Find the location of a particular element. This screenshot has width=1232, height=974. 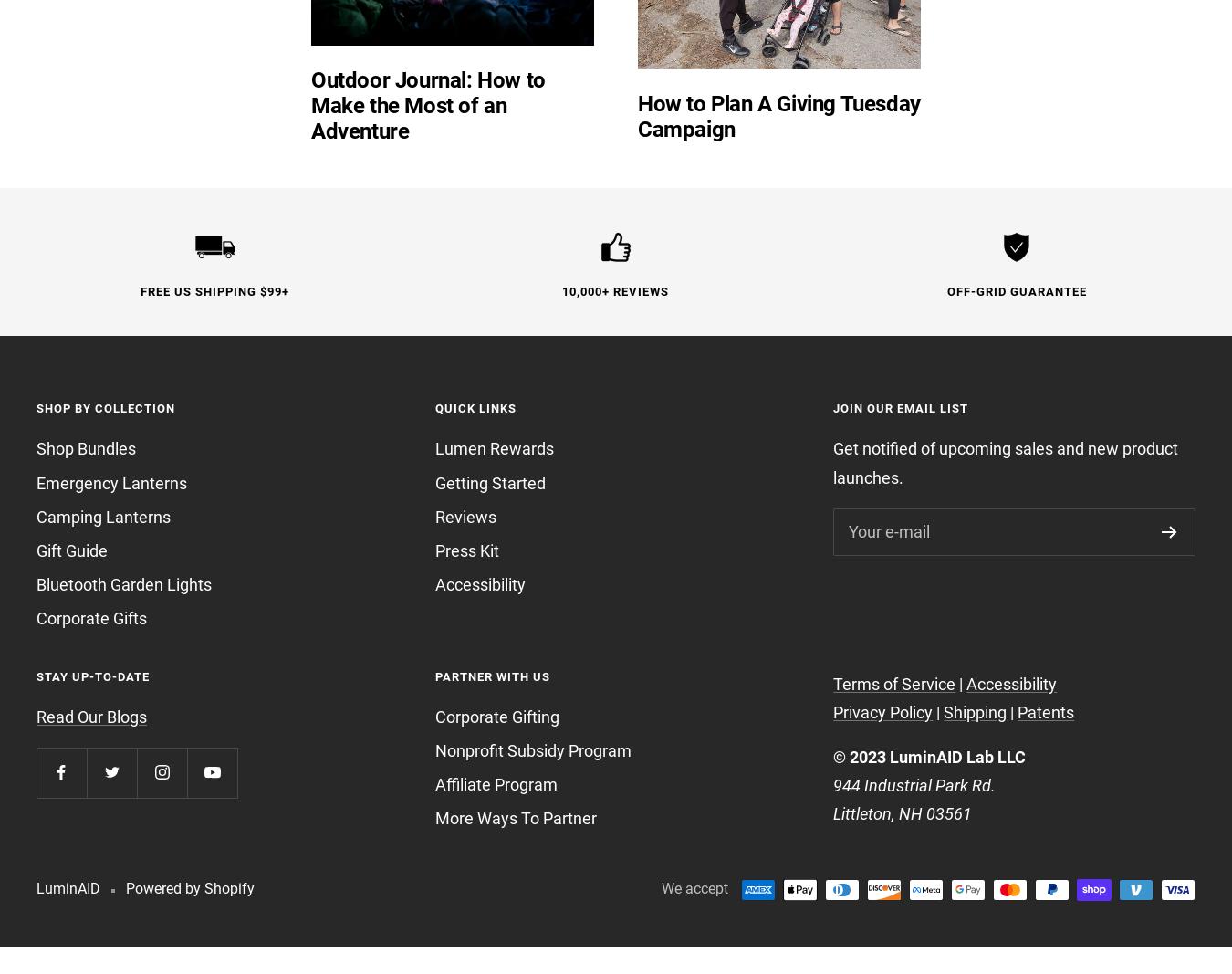

'Your e-mail' is located at coordinates (888, 530).